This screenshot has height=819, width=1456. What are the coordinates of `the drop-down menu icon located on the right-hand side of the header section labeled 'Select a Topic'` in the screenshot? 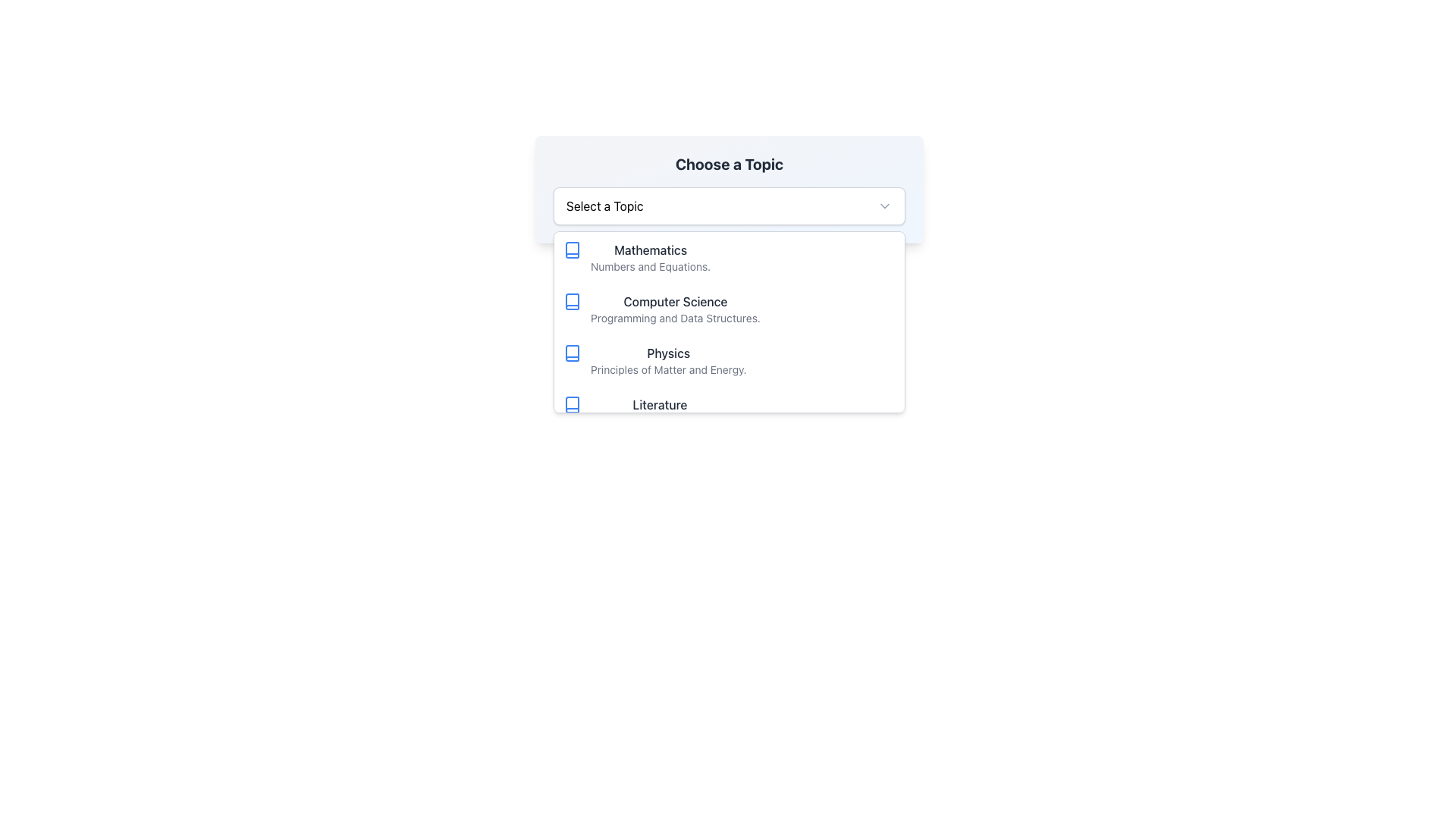 It's located at (884, 206).